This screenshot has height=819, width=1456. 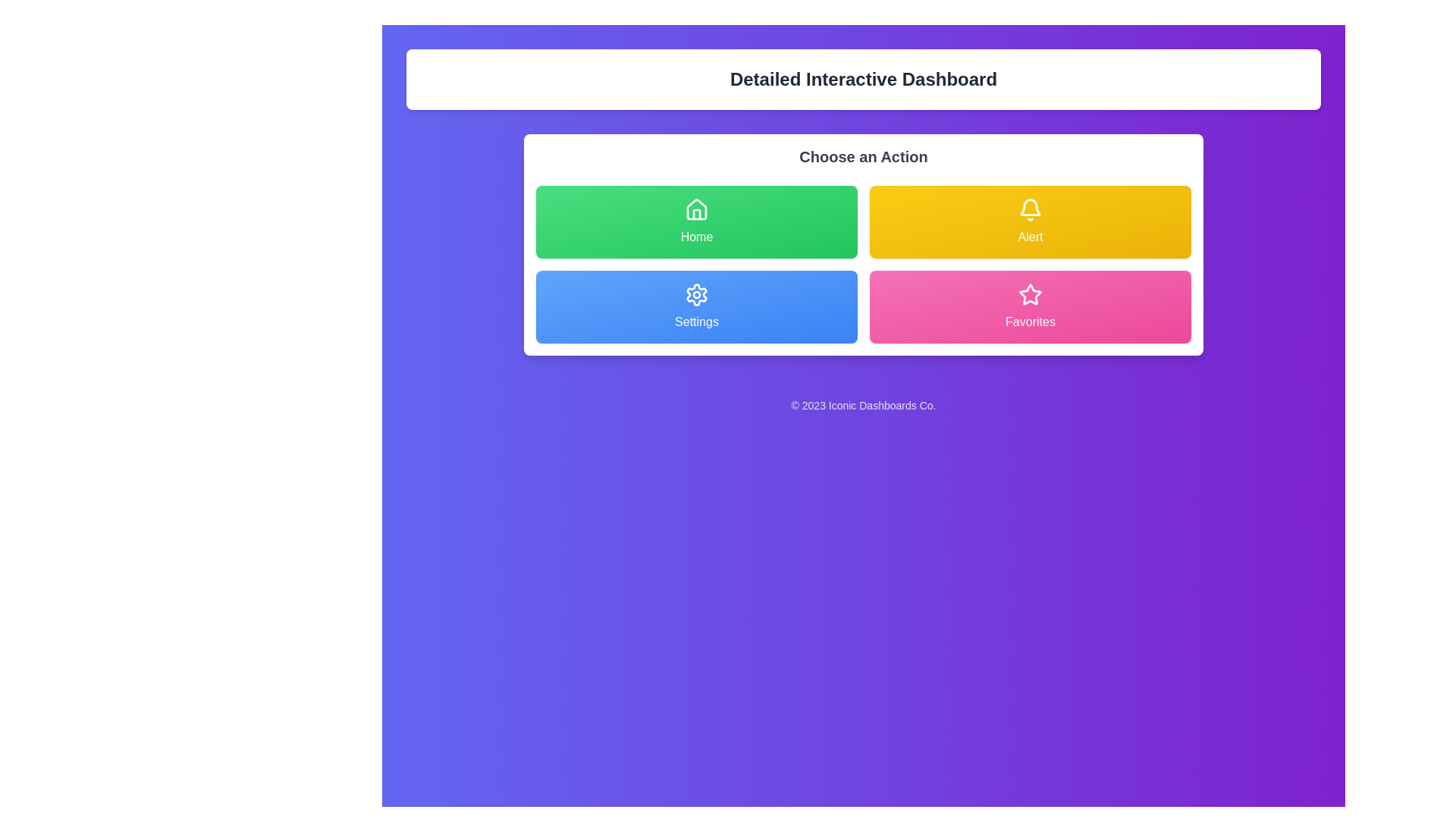 What do you see at coordinates (695, 307) in the screenshot?
I see `the settings button located in the left column of the second row in a 2x2 grid layout, beneath the 'Home' button, to trigger potential hover effects` at bounding box center [695, 307].